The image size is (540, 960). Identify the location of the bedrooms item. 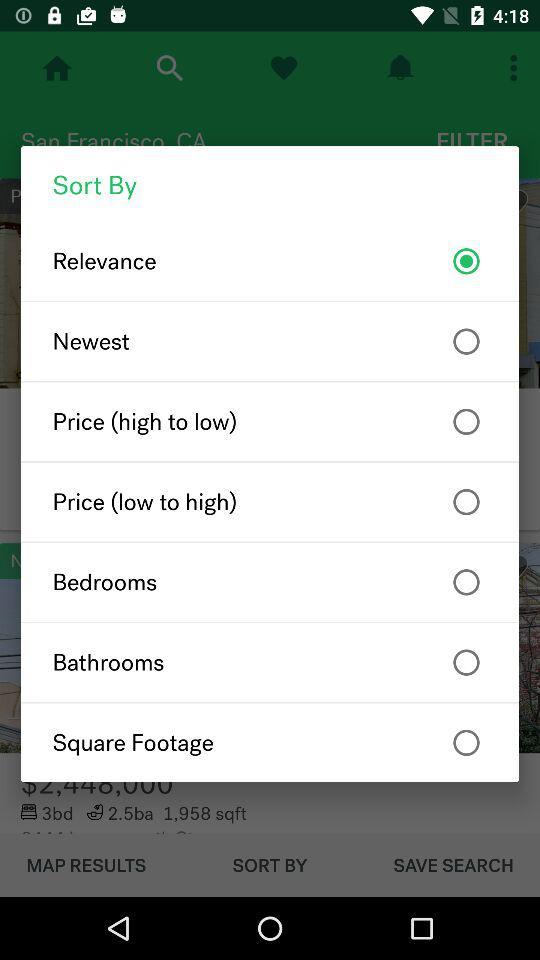
(270, 582).